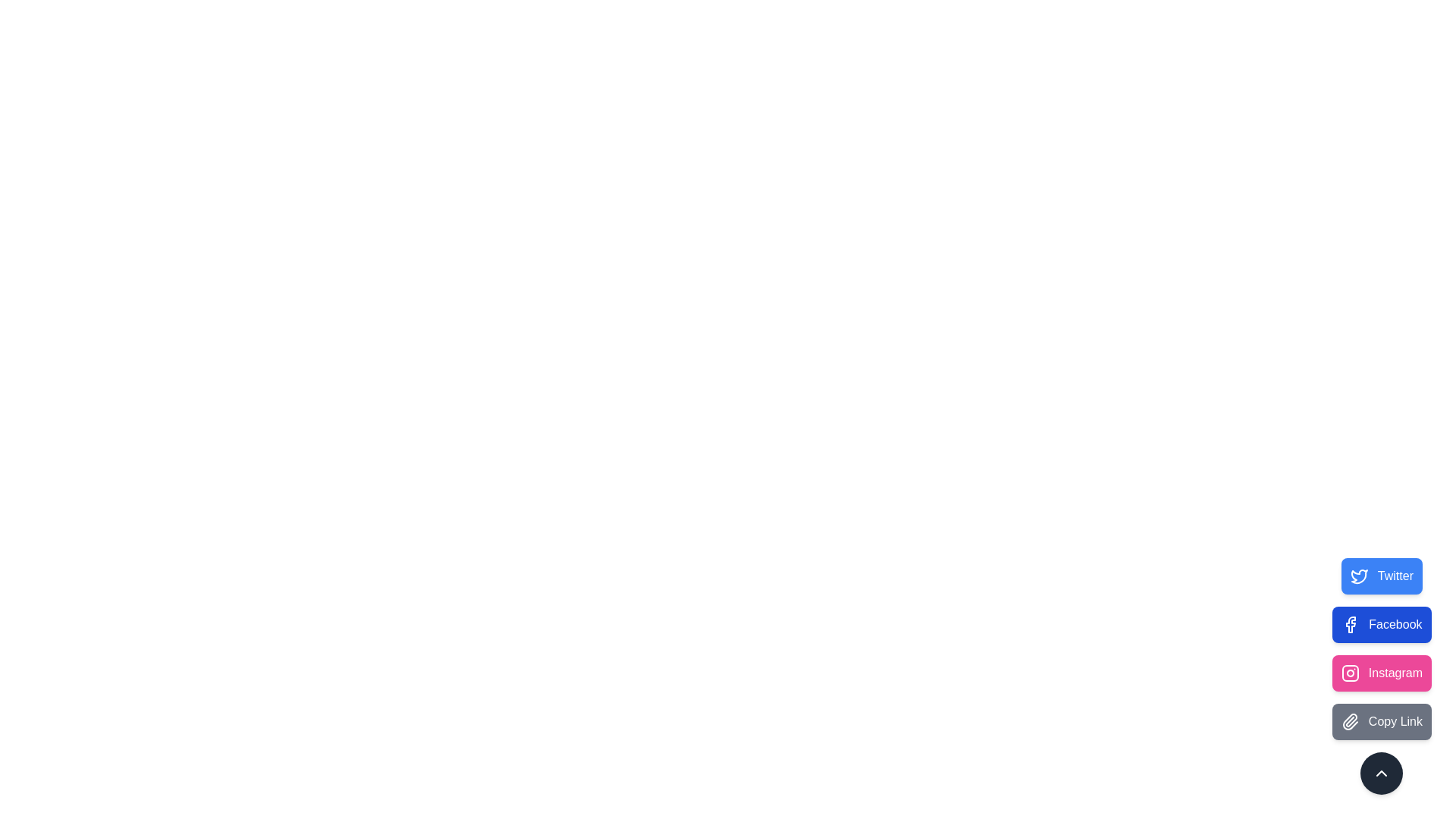 This screenshot has width=1456, height=819. I want to click on the Instagram button to perform the corresponding action, so click(1382, 672).